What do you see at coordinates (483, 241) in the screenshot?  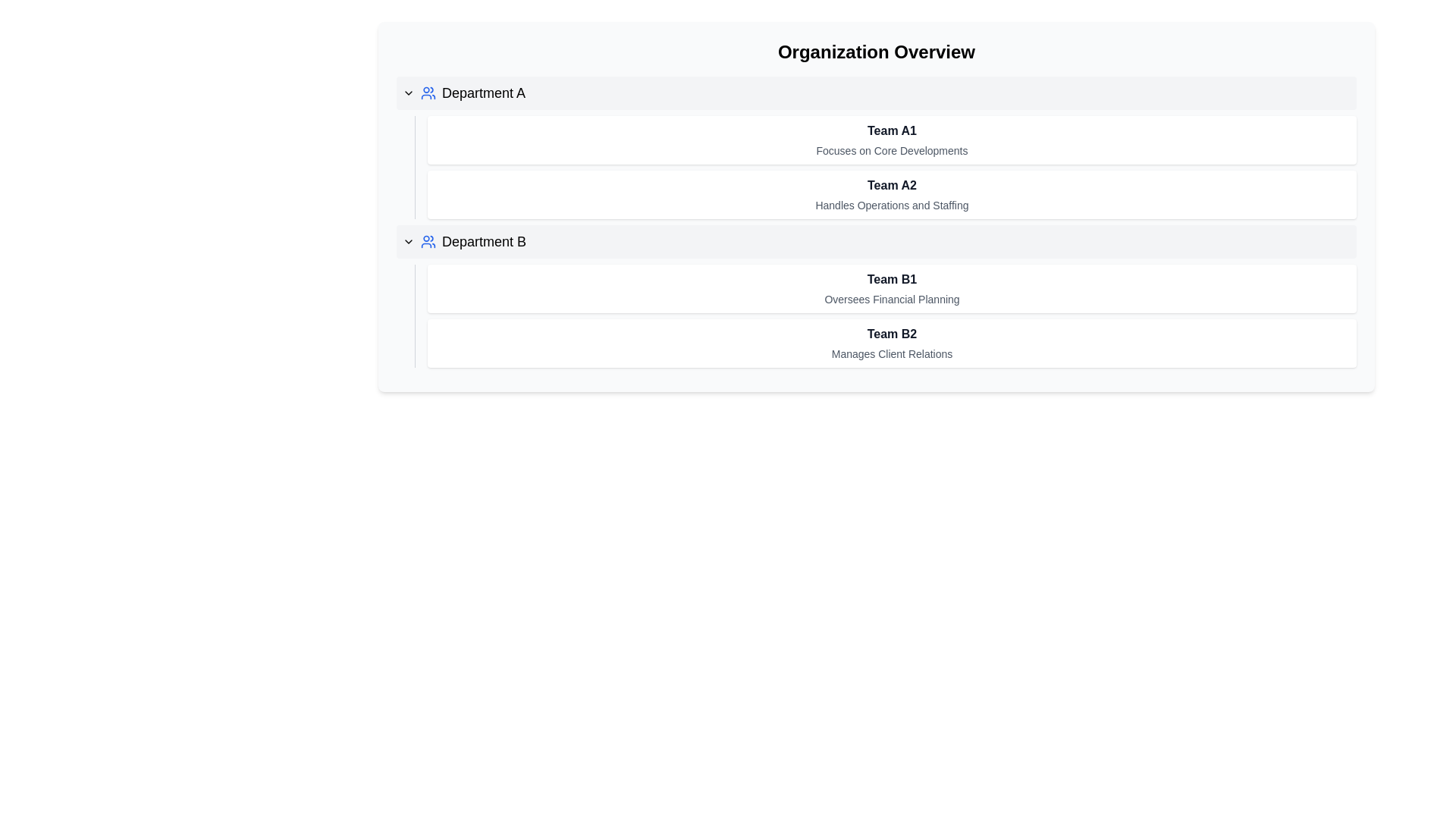 I see `the 'Department B' text label element, which is part of a clickable row with a user group icon on the left and an expand arrow on the right` at bounding box center [483, 241].